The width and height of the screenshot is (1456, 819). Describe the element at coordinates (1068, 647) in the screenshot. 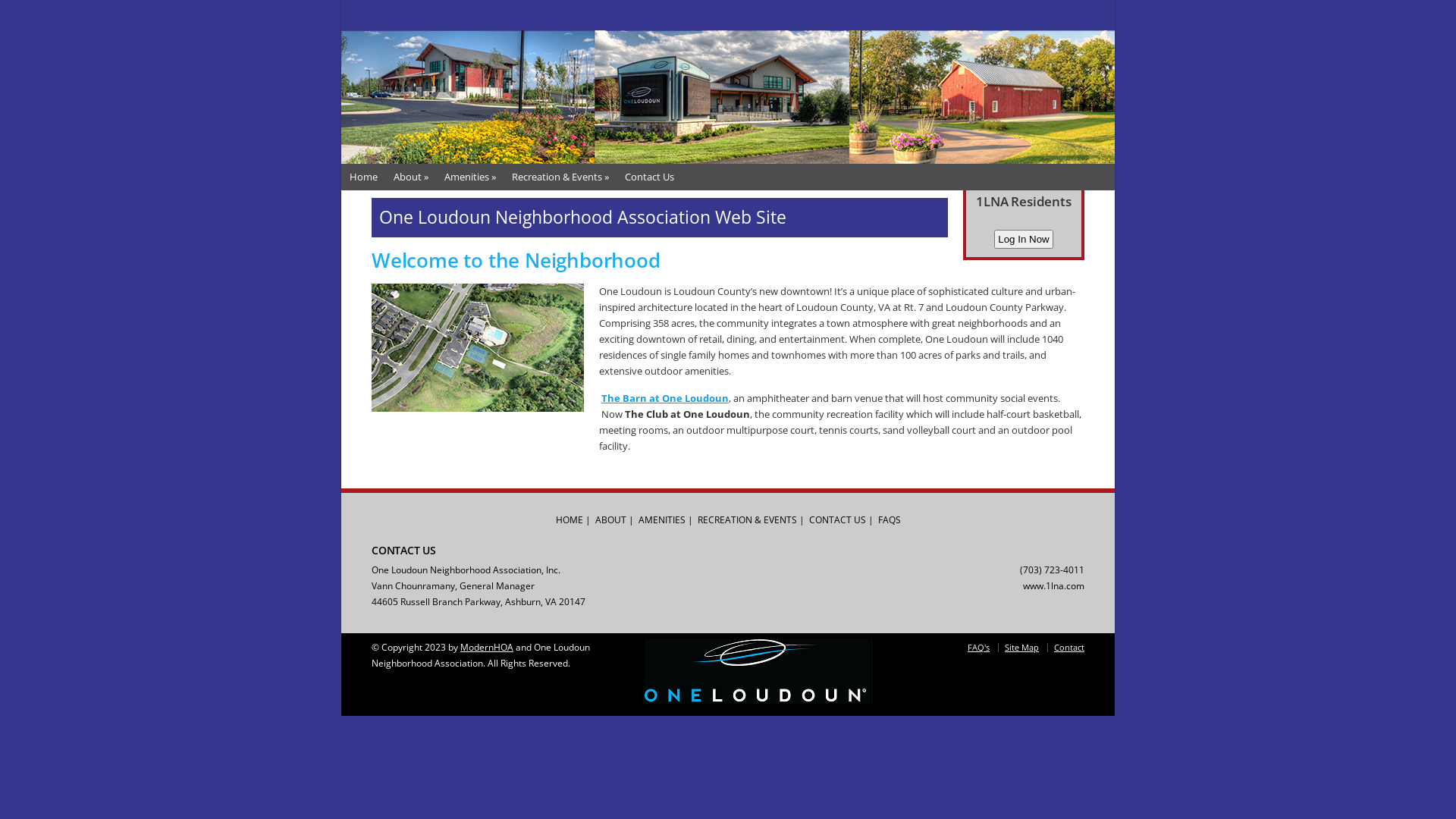

I see `'Contact'` at that location.